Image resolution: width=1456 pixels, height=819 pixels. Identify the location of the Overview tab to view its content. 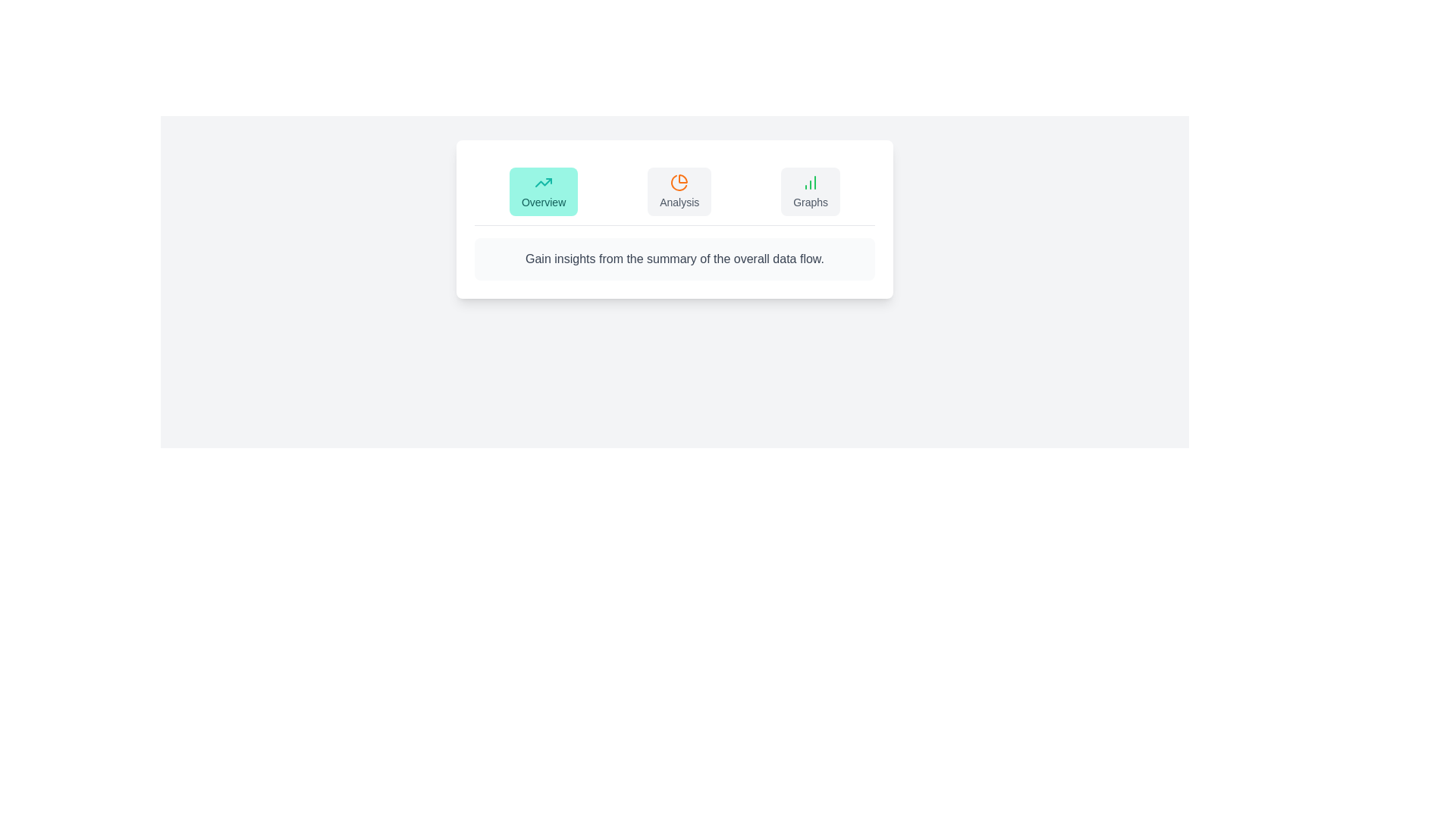
(543, 191).